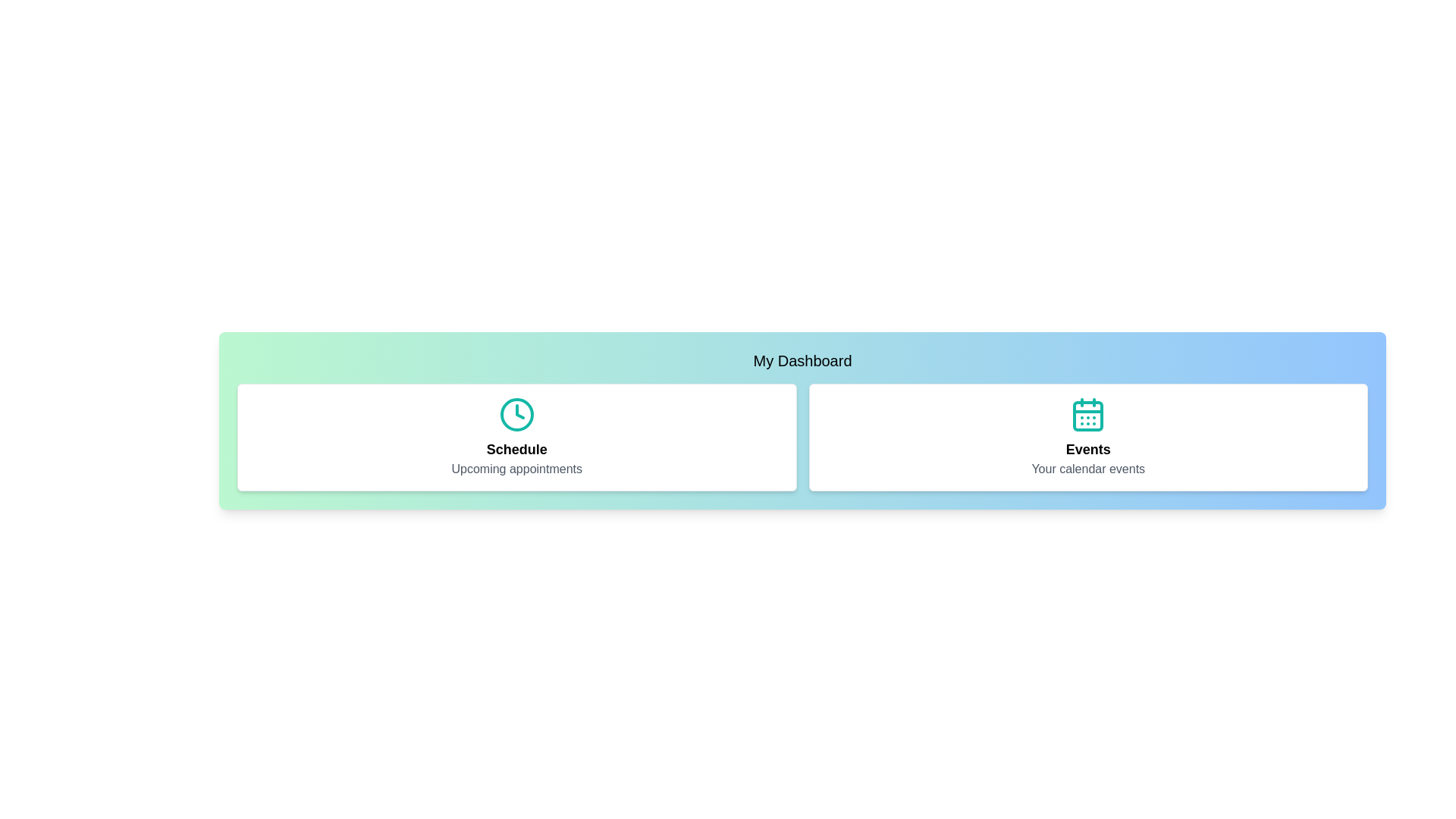 The width and height of the screenshot is (1456, 819). I want to click on the title text label that serves as the heading for the dashboard section, located centrally above the 'Schedule' and 'Events' sections, so click(802, 360).